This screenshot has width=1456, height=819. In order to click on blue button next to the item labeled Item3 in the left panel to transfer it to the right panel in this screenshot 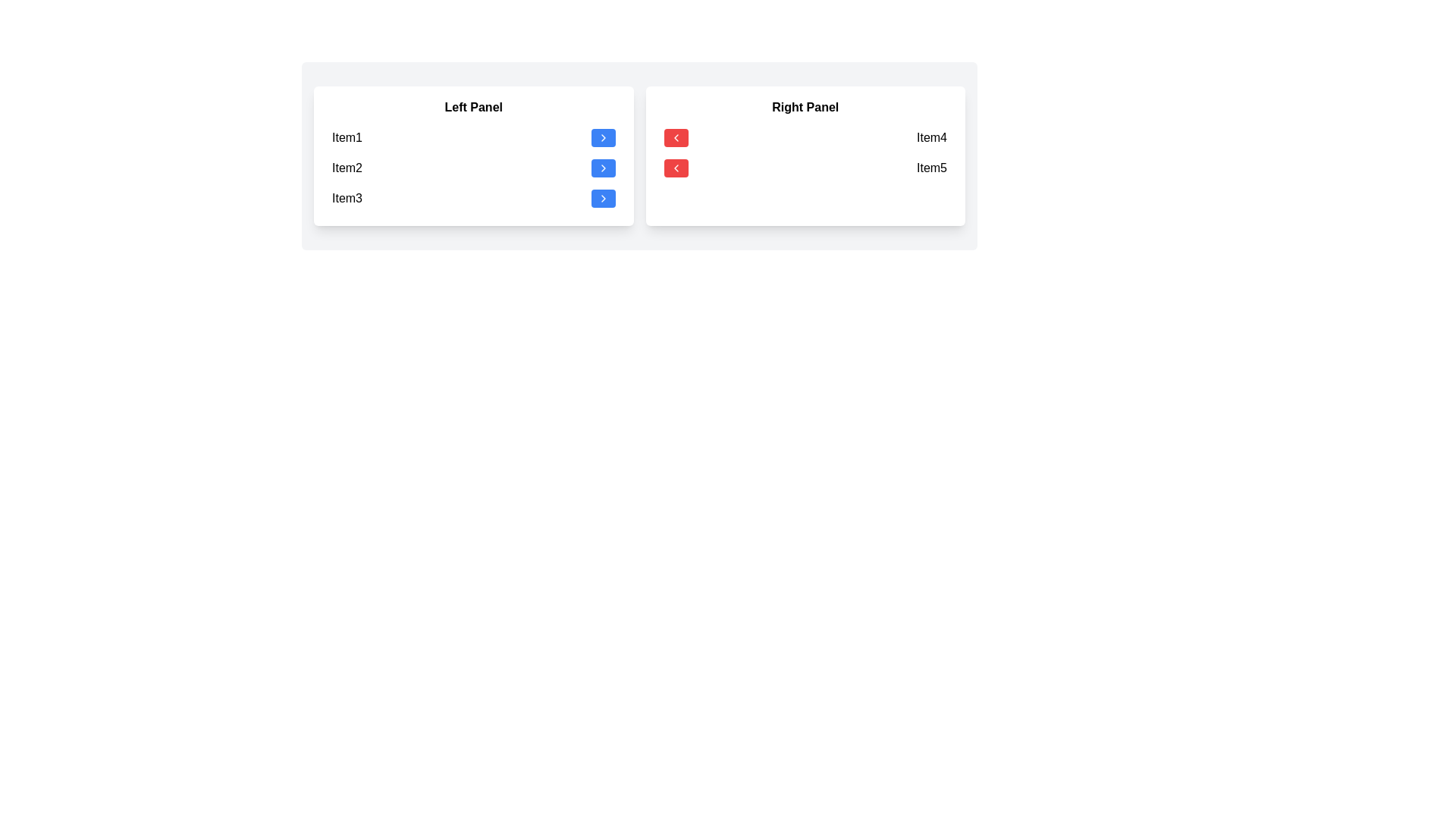, I will do `click(602, 198)`.